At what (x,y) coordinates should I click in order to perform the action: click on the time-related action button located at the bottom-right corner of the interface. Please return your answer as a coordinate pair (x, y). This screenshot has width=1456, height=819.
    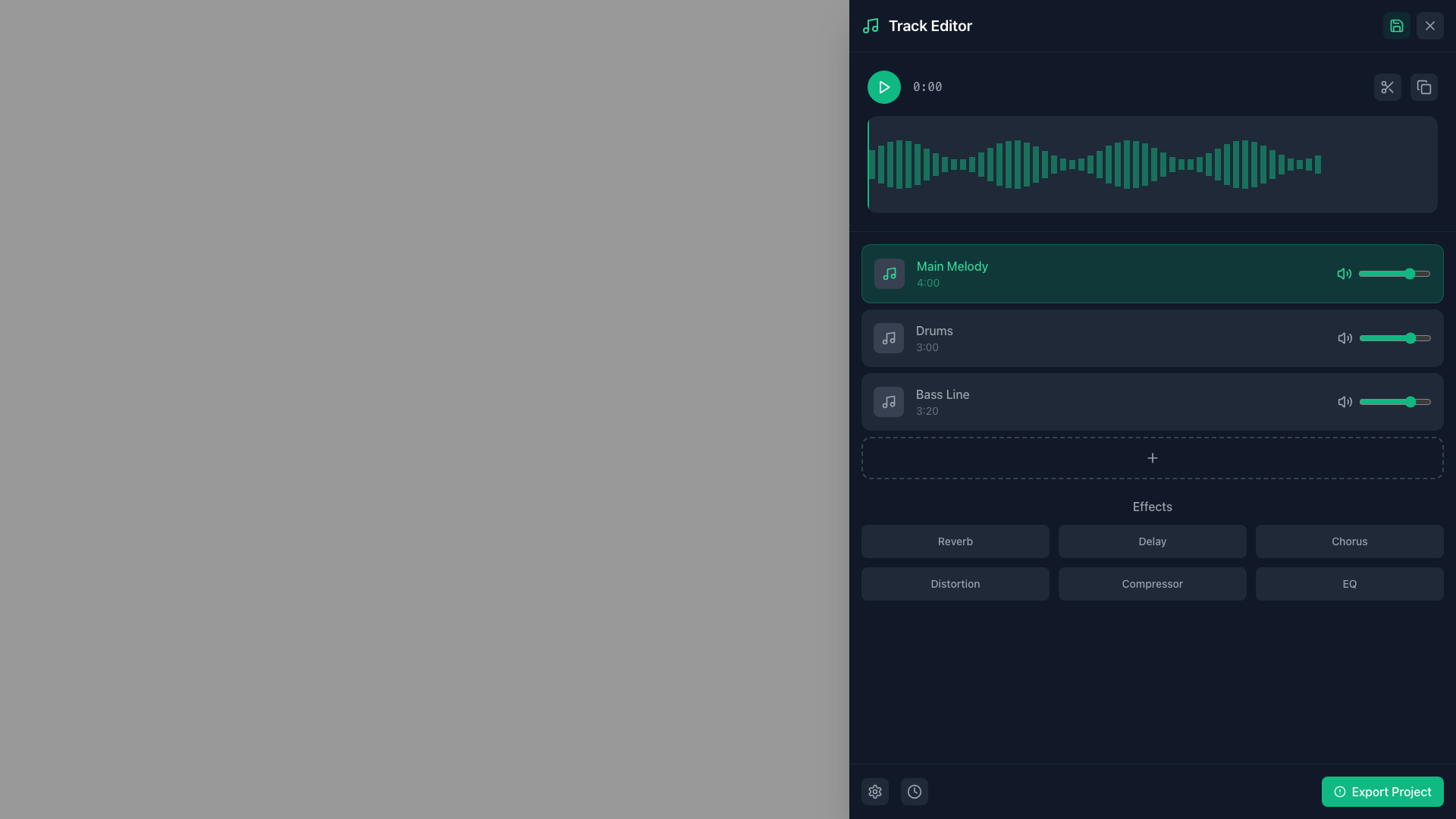
    Looking at the image, I should click on (913, 791).